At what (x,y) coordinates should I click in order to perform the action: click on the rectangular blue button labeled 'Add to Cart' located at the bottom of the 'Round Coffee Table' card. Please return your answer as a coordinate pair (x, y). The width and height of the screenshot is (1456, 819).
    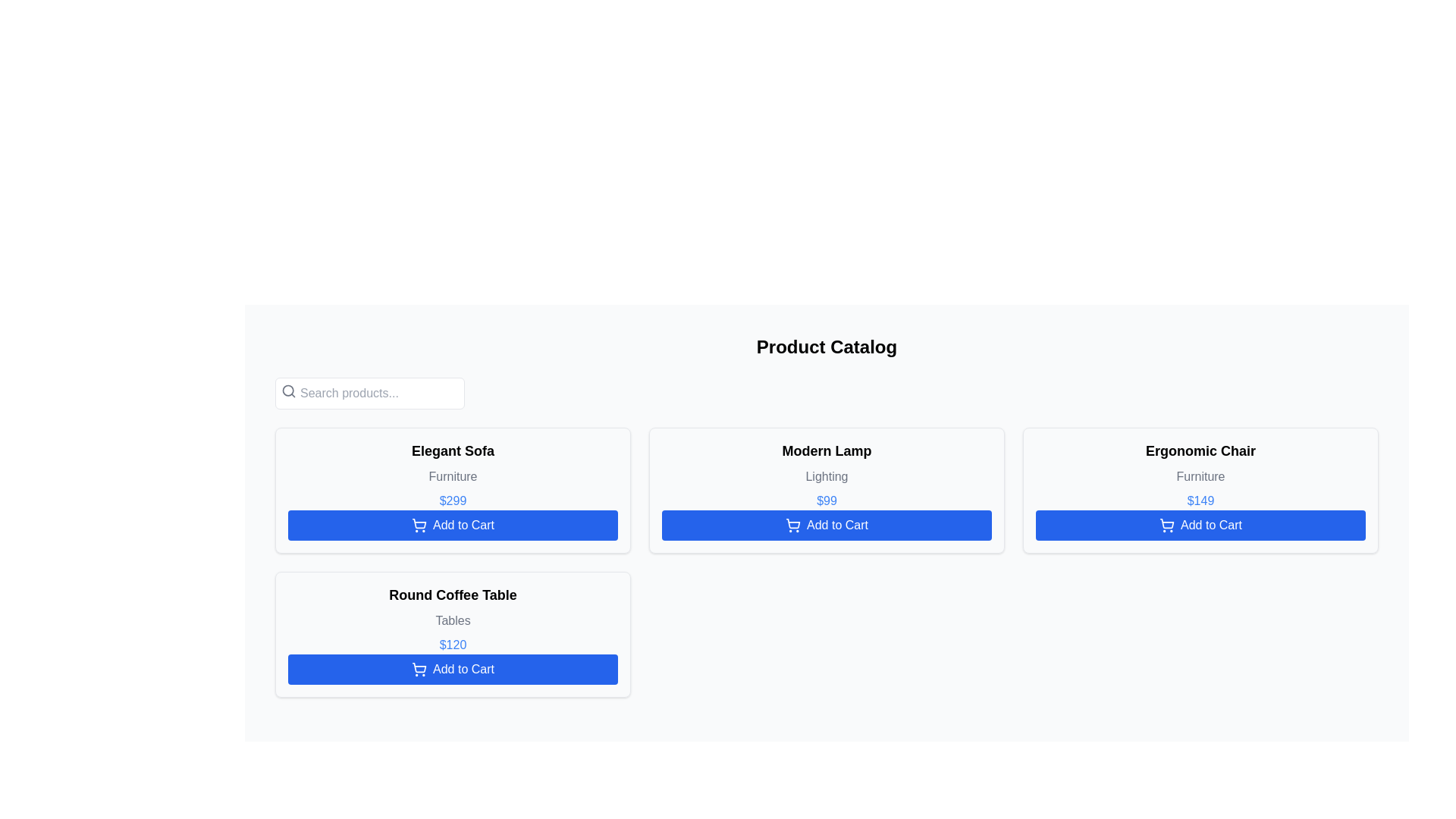
    Looking at the image, I should click on (452, 669).